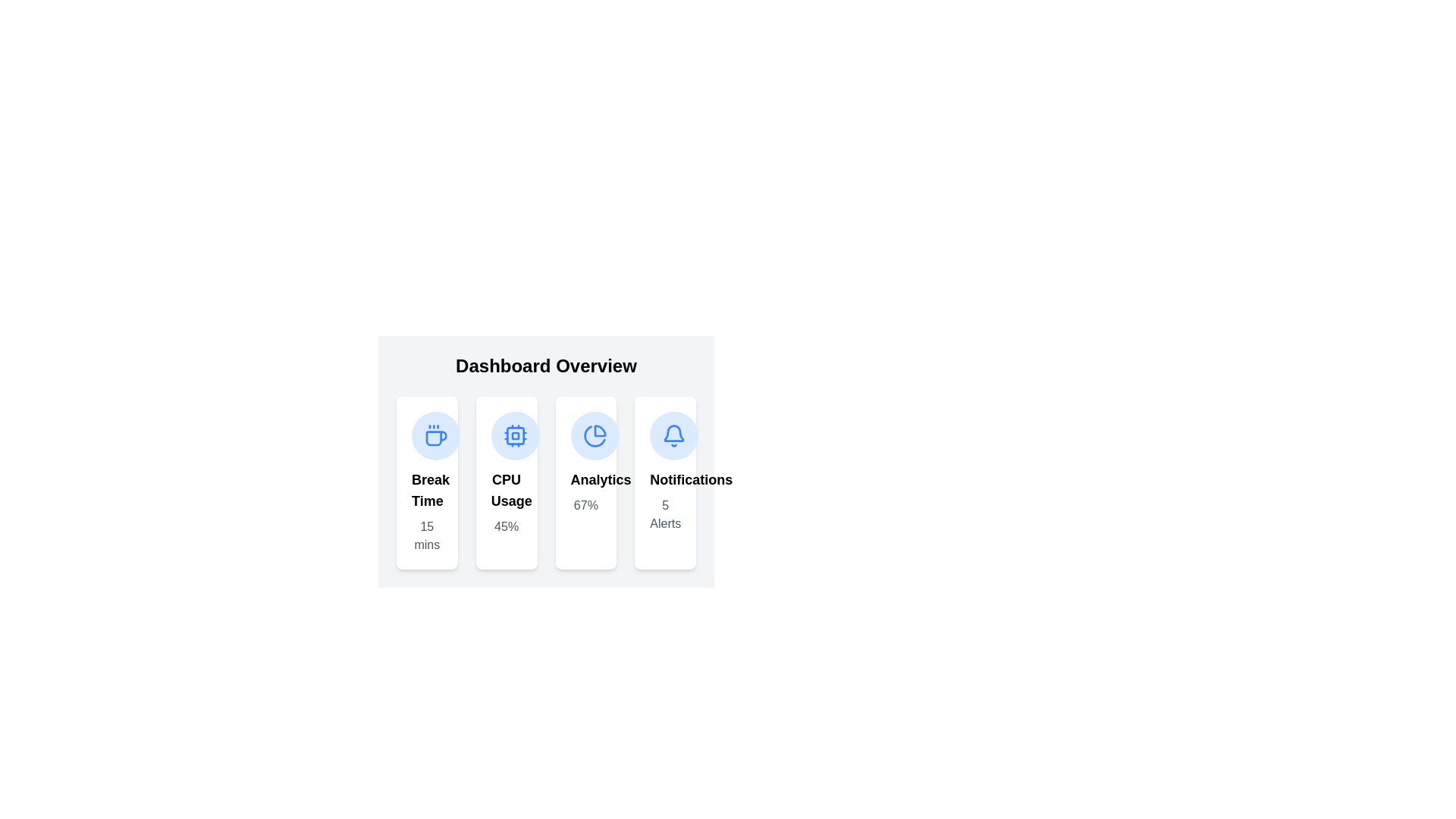 Image resolution: width=1456 pixels, height=819 pixels. I want to click on the bold 'Notifications' text label located in the fourth column under the 'Dashboard Overview' section, positioned above '5 Alerts', so click(665, 479).